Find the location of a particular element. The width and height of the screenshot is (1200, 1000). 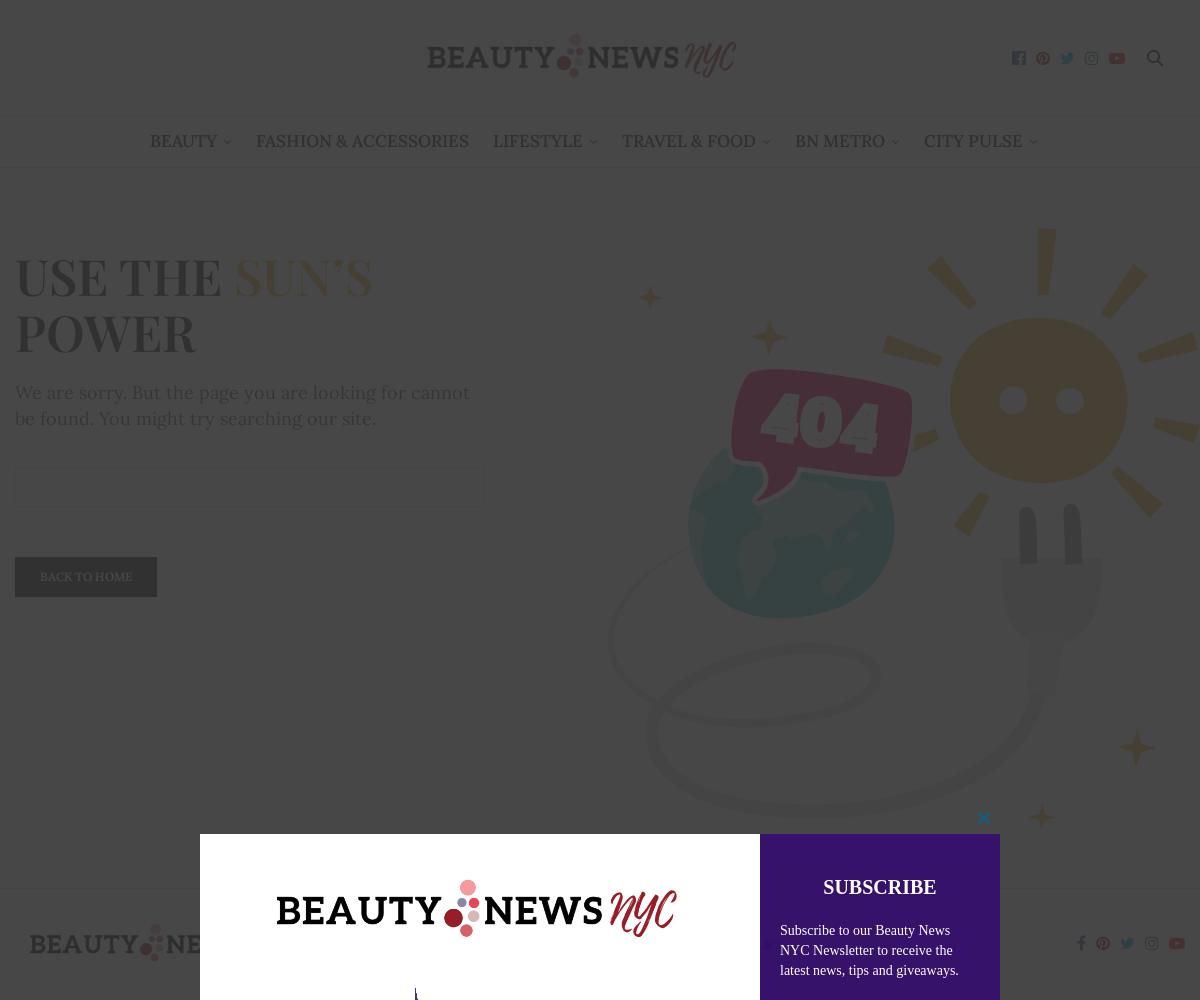

'About Us' is located at coordinates (446, 942).